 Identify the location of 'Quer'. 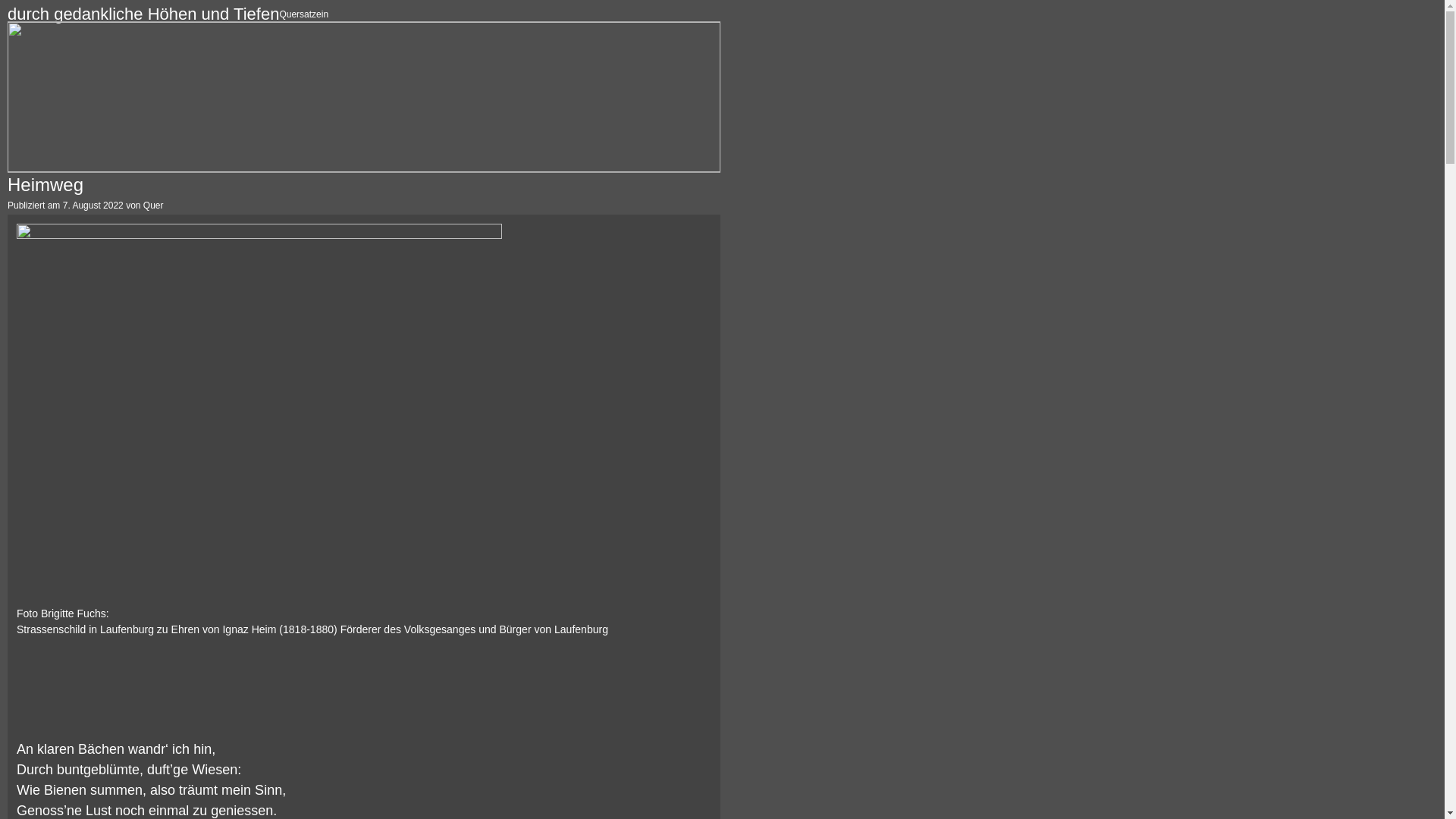
(153, 205).